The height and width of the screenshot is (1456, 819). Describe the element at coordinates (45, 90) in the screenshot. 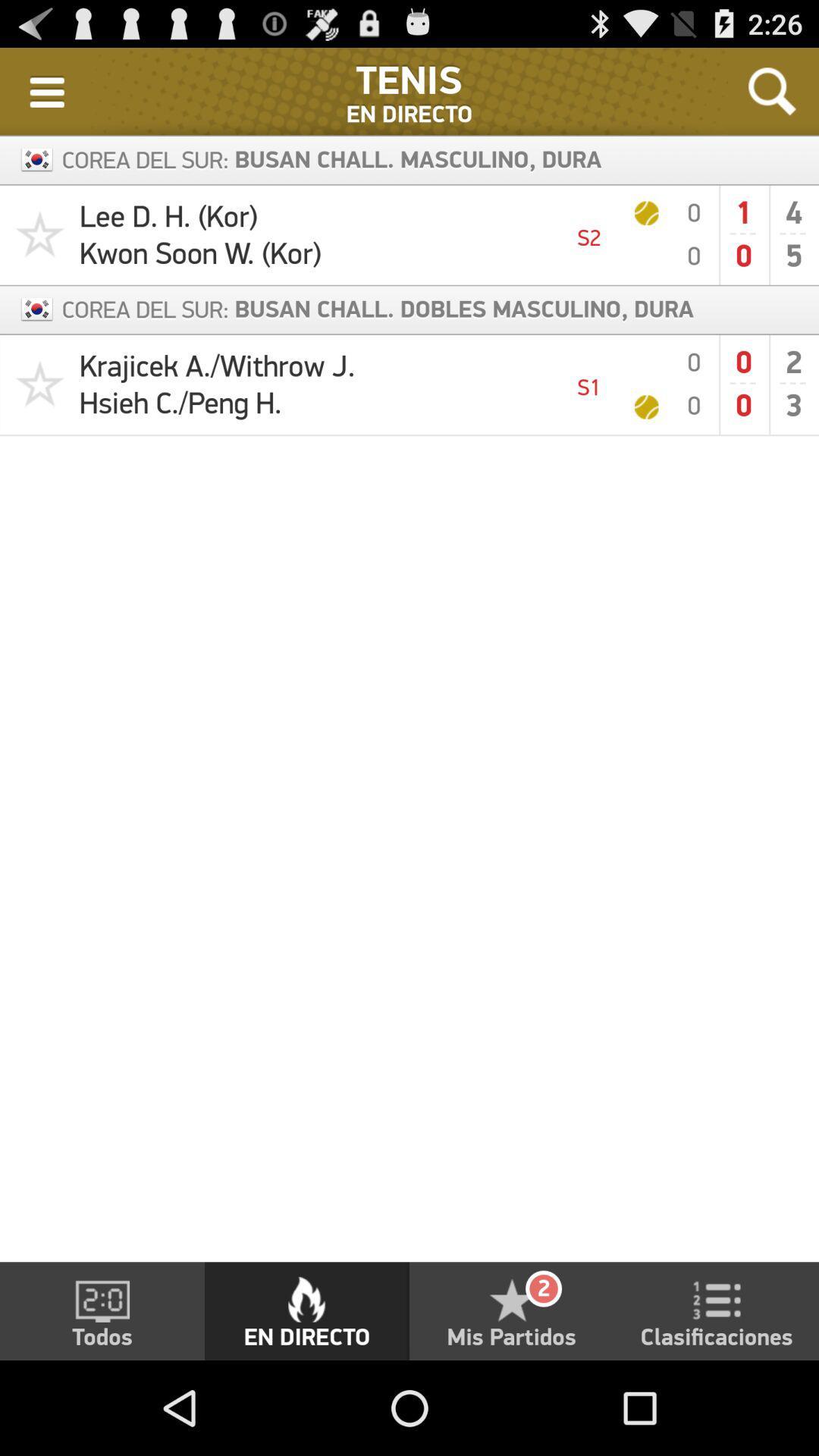

I see `the item to the left of the :  icon` at that location.